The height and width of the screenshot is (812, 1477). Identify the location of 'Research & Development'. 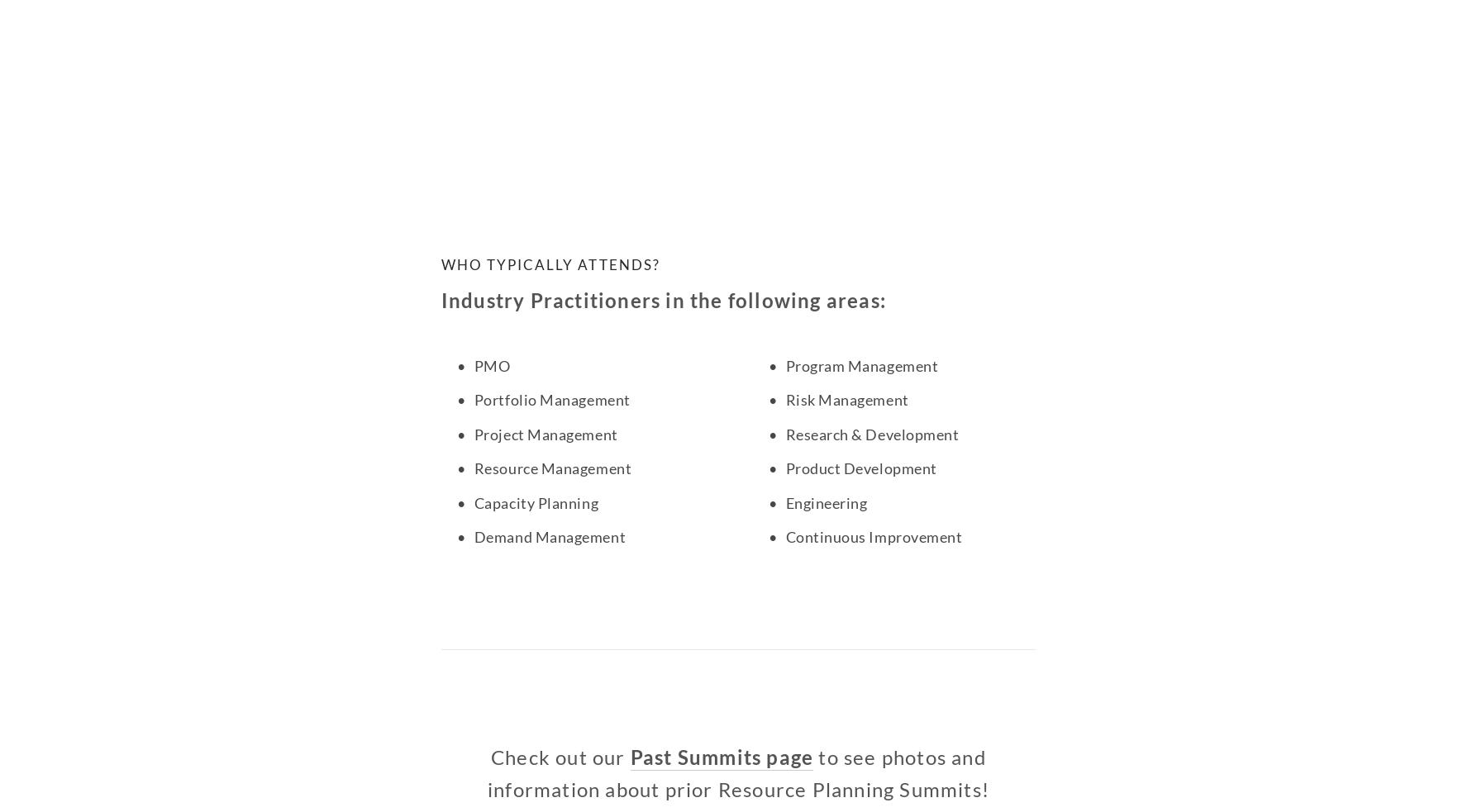
(872, 434).